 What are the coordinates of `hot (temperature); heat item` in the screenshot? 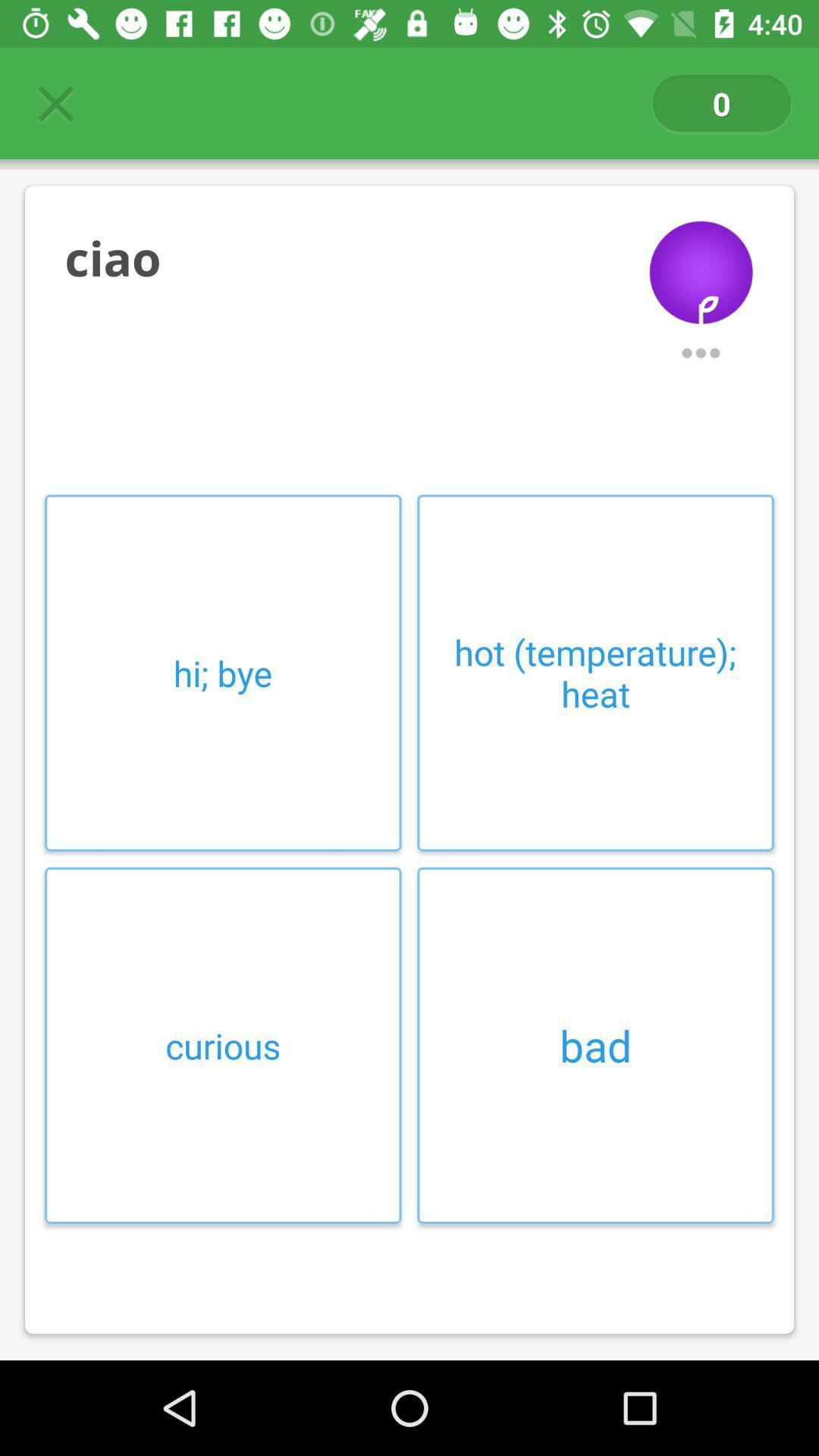 It's located at (595, 672).